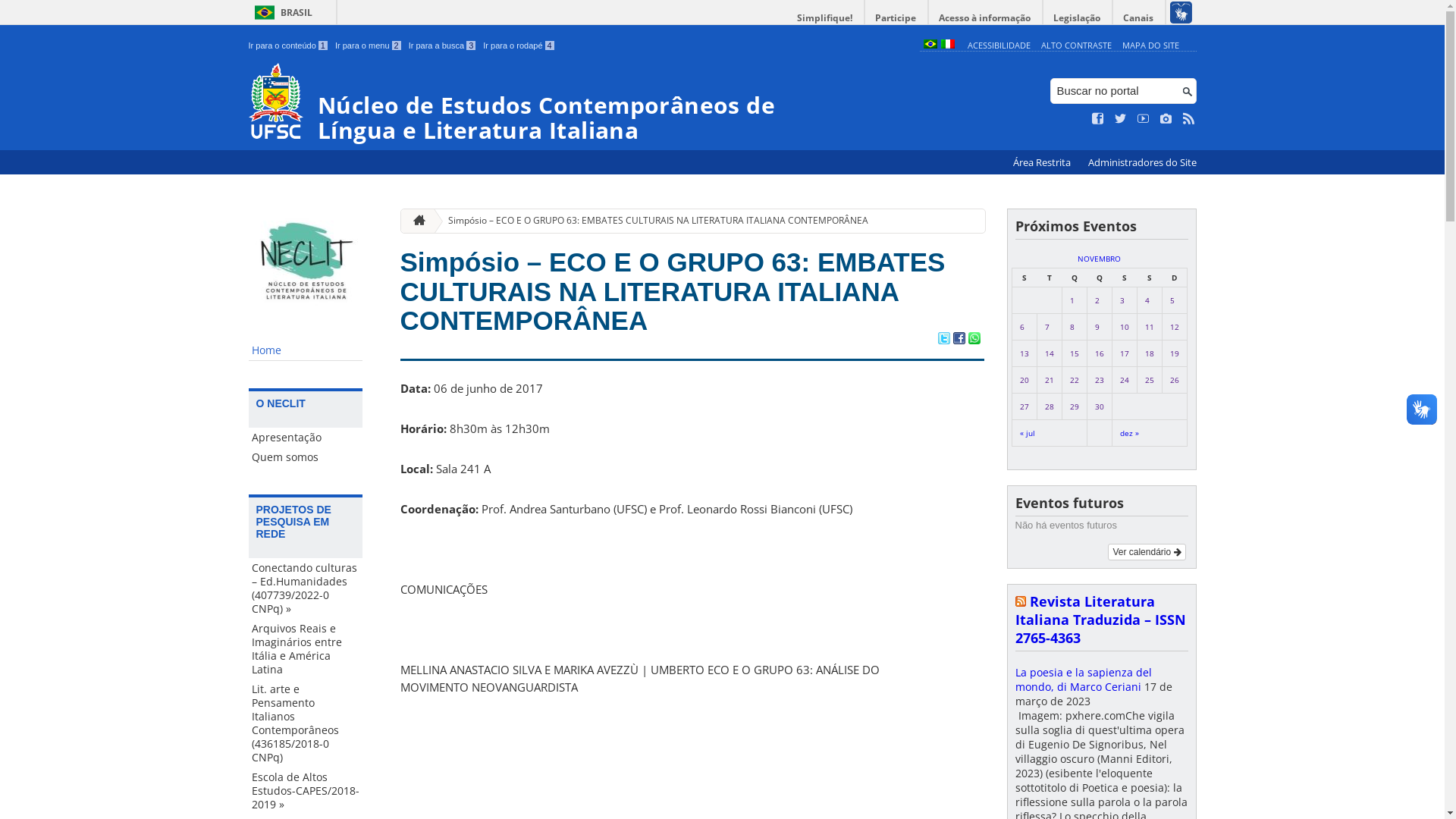  Describe the element at coordinates (1073, 353) in the screenshot. I see `'15'` at that location.